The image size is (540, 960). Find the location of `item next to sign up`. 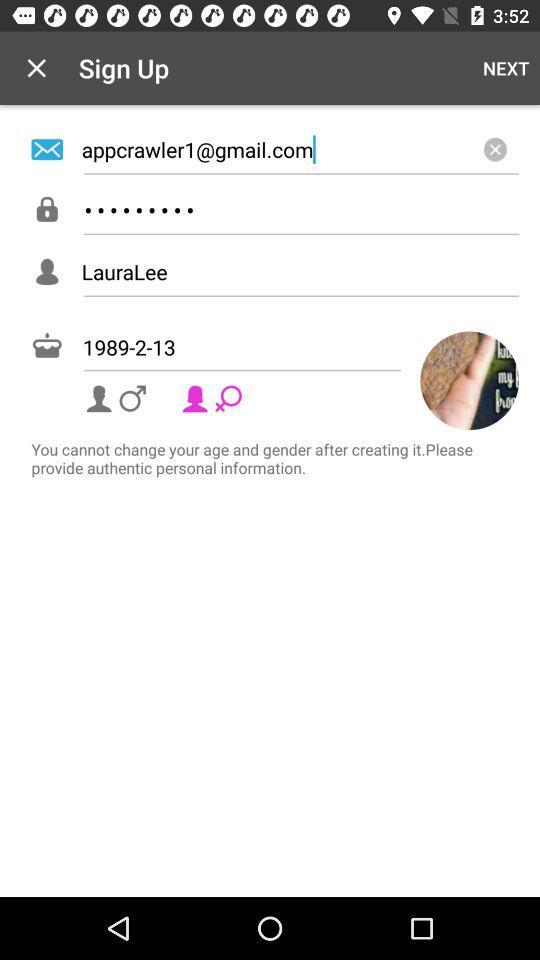

item next to sign up is located at coordinates (505, 68).